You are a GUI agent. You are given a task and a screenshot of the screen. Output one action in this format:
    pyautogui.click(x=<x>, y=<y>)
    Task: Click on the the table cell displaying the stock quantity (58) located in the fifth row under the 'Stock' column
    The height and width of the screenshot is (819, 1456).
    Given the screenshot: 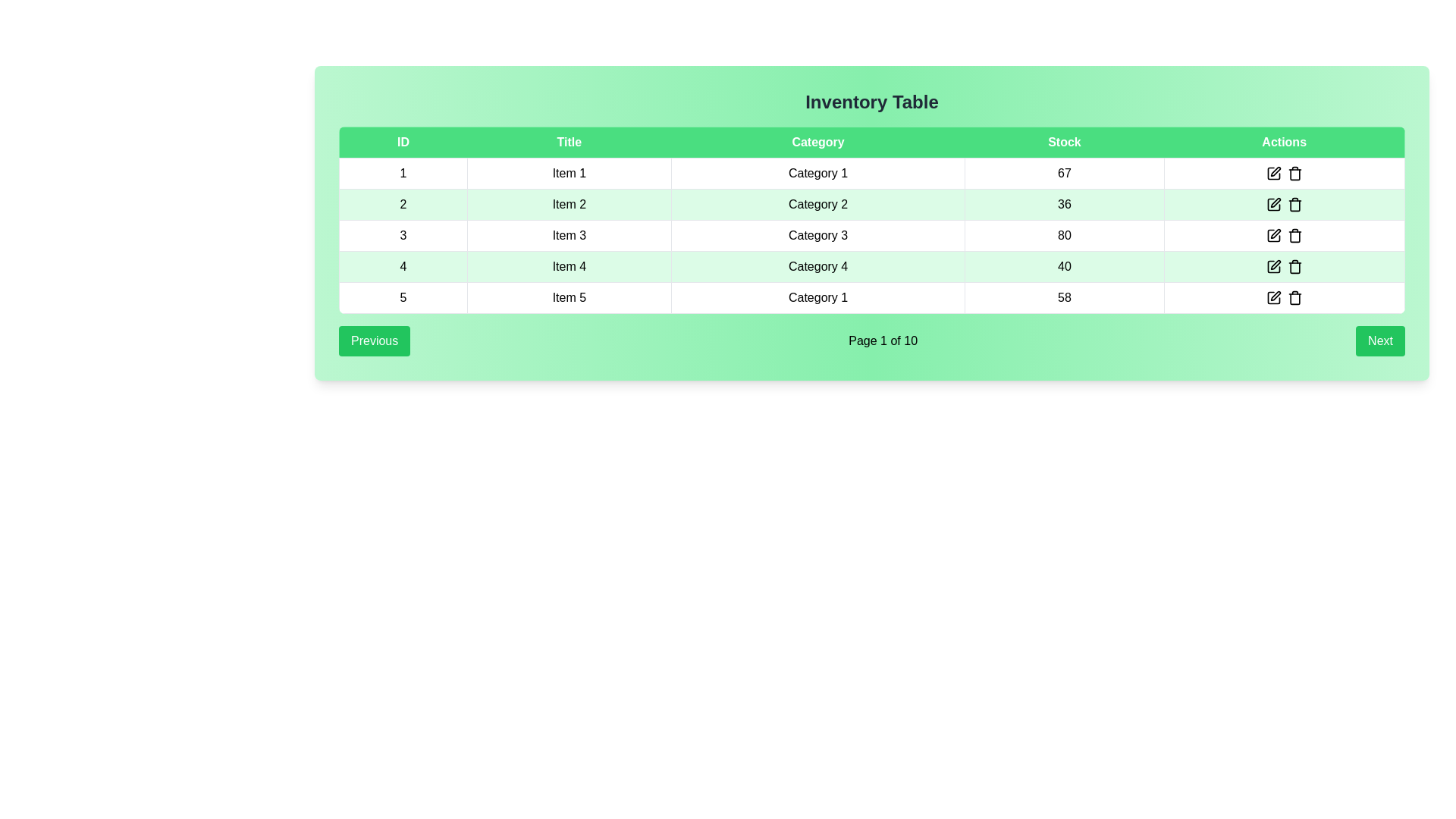 What is the action you would take?
    pyautogui.click(x=1063, y=298)
    